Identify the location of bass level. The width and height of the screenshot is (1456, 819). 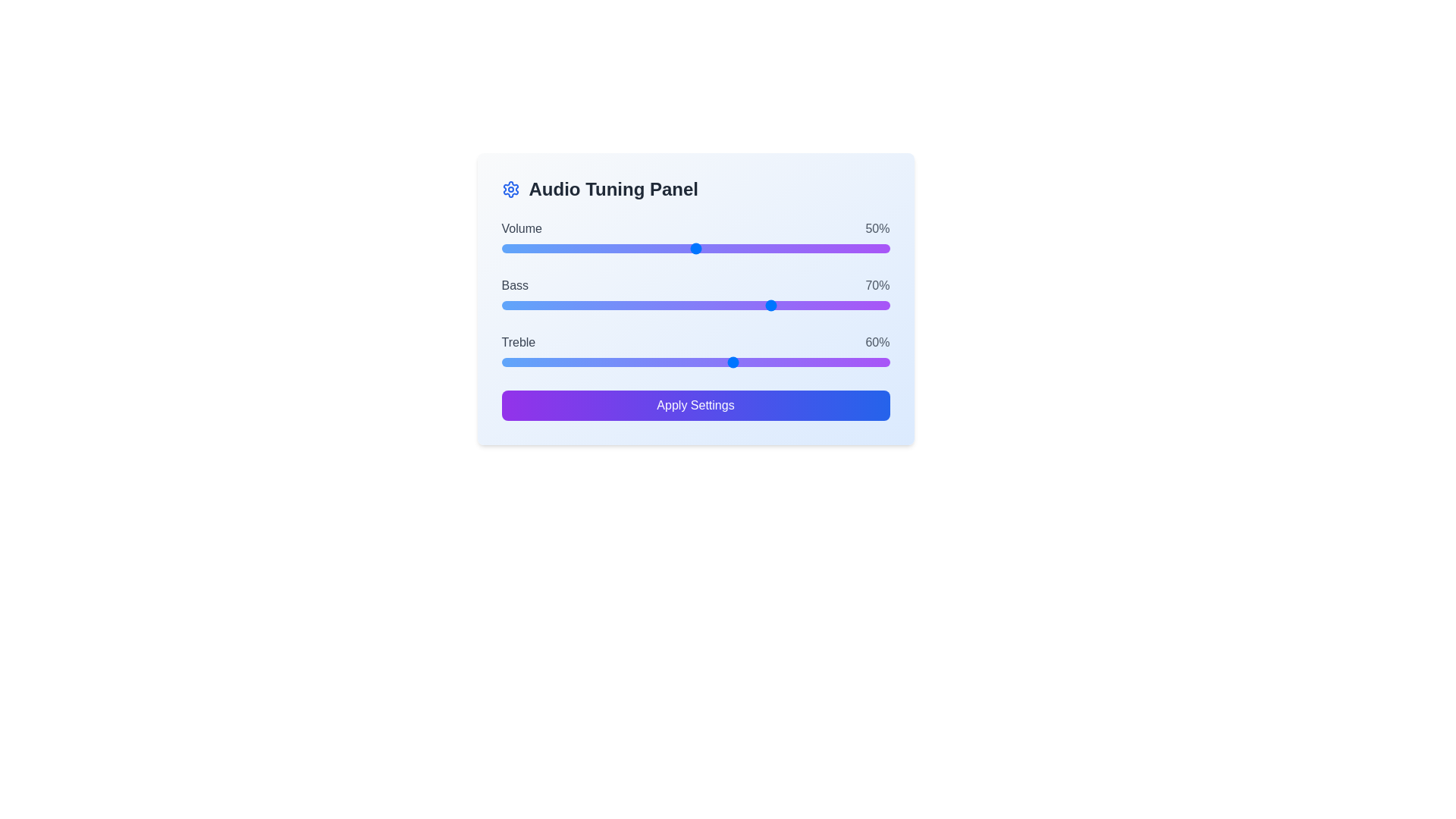
(710, 305).